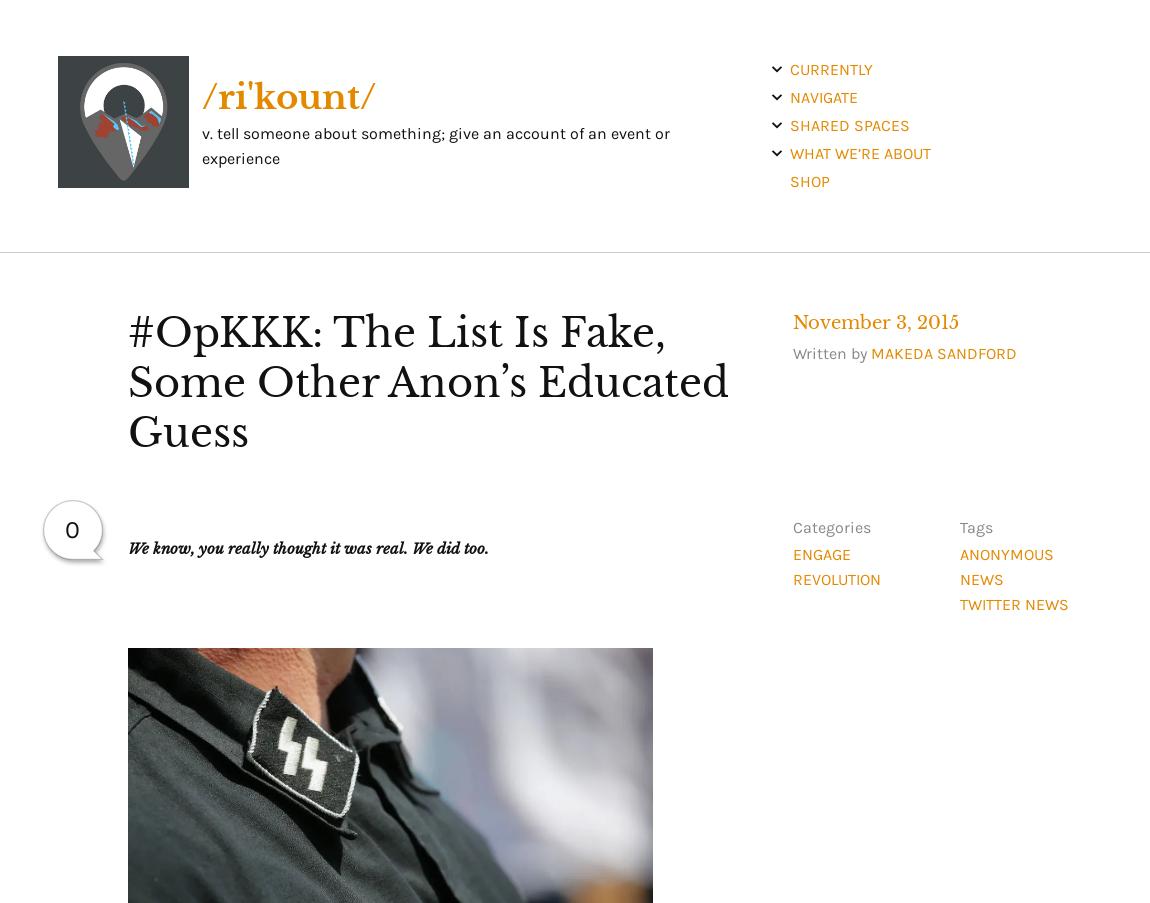  I want to click on 'We know, you really thought it was real. We did too.', so click(307, 547).